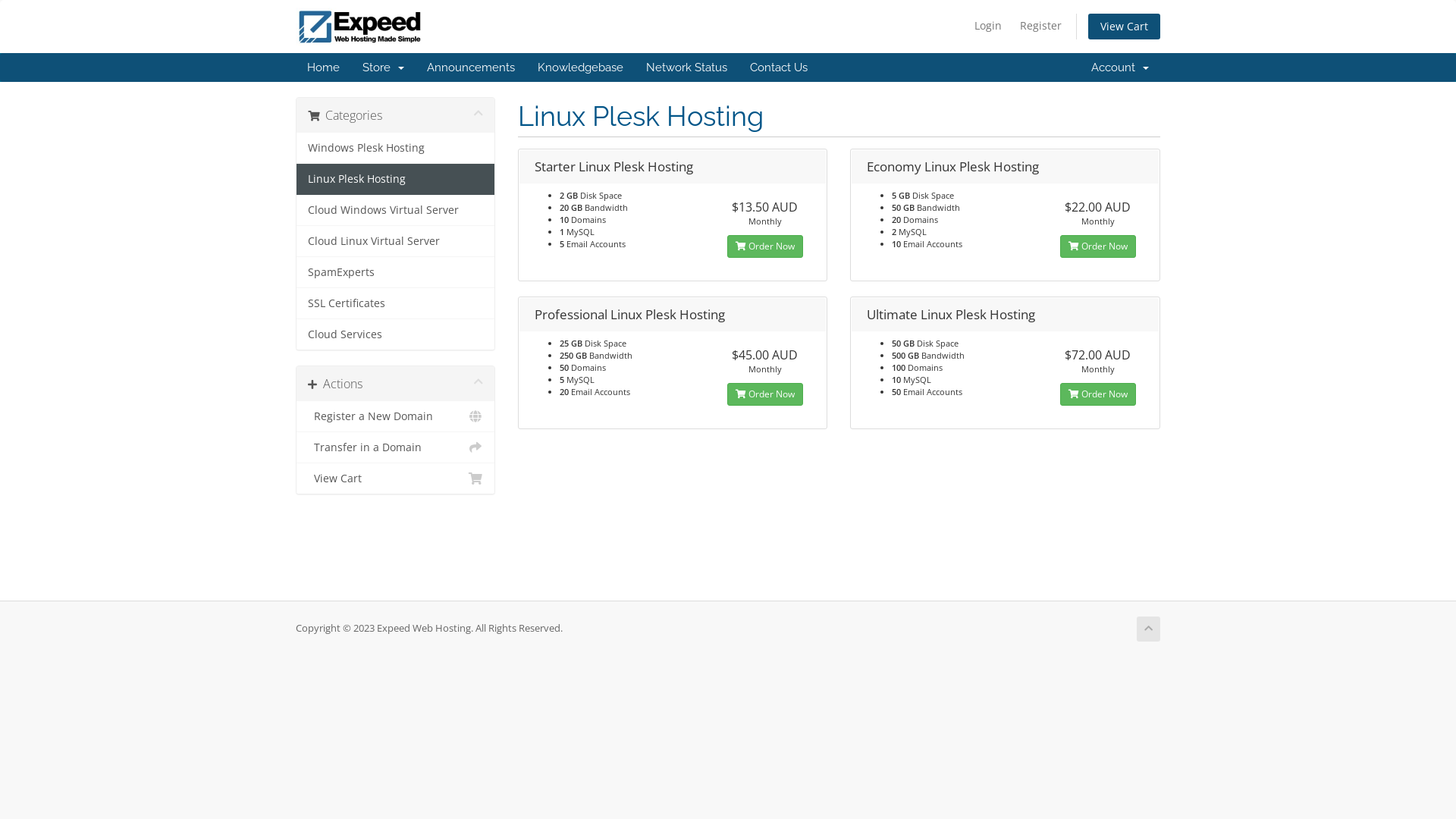 This screenshot has width=1456, height=819. I want to click on 'Network Status', so click(634, 66).